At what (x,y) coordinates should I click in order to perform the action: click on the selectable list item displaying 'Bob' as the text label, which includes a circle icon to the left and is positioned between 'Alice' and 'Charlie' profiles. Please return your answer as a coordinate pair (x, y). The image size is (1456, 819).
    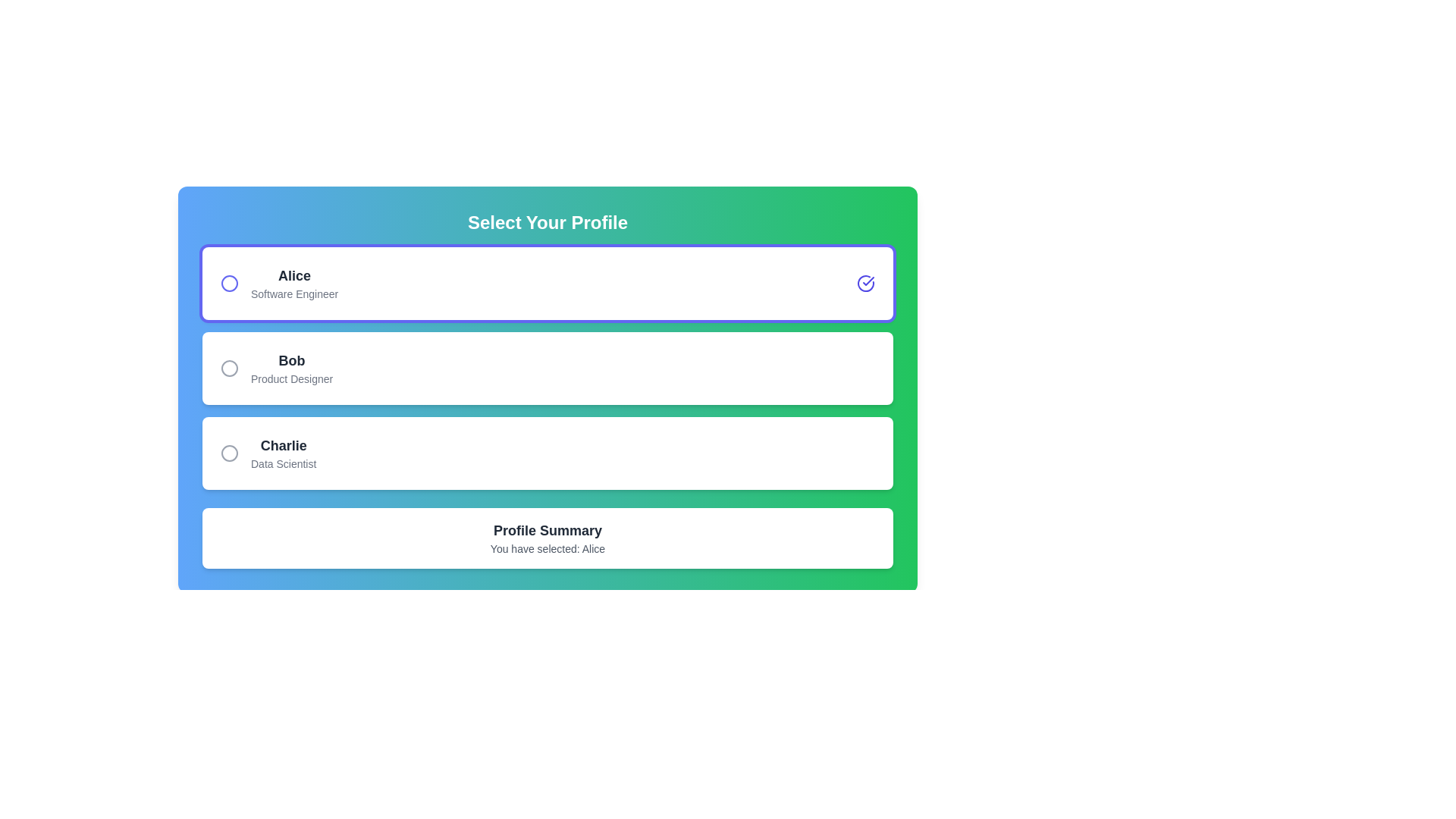
    Looking at the image, I should click on (277, 369).